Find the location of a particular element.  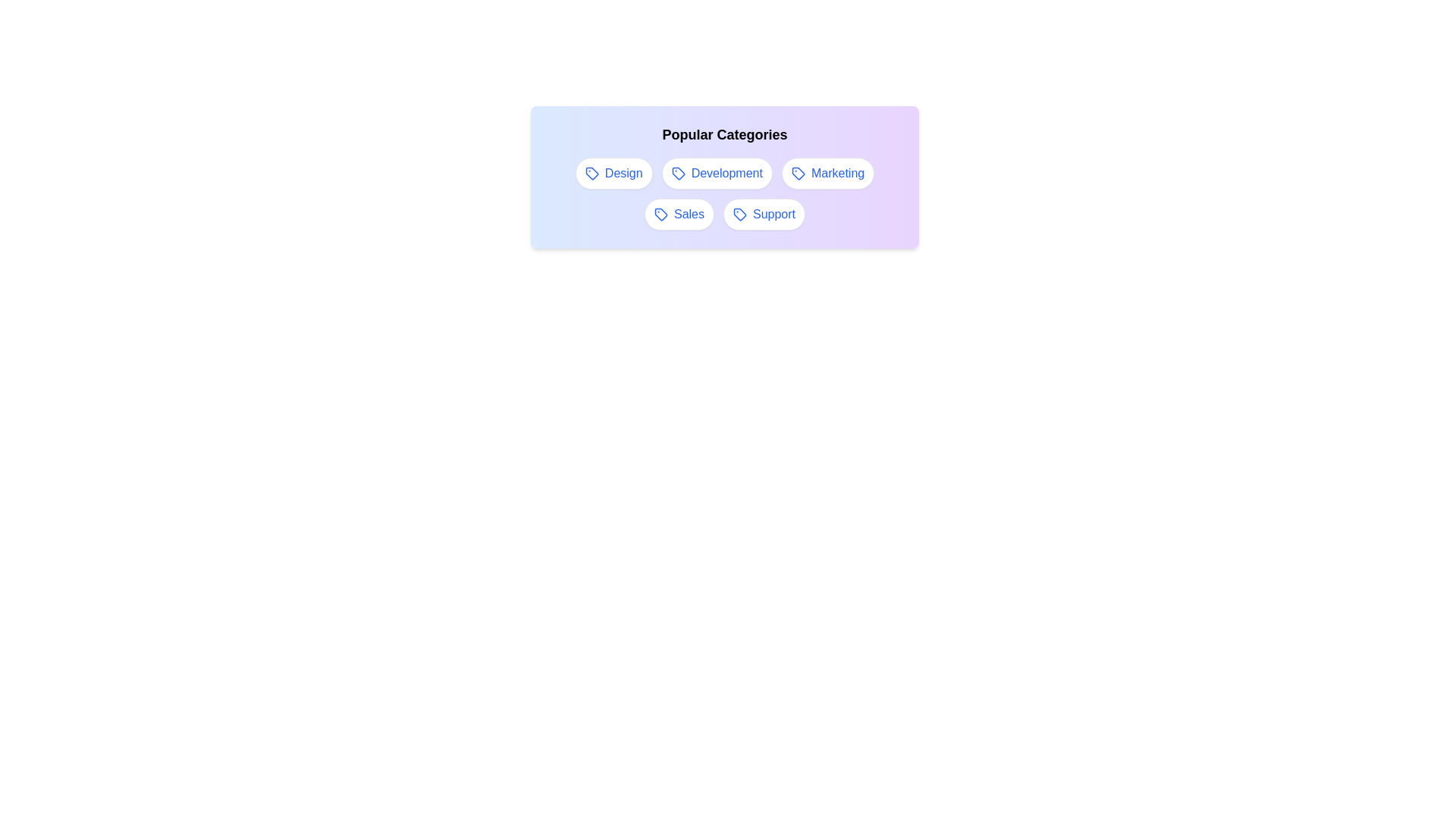

the Sales tag to select it is located at coordinates (679, 214).